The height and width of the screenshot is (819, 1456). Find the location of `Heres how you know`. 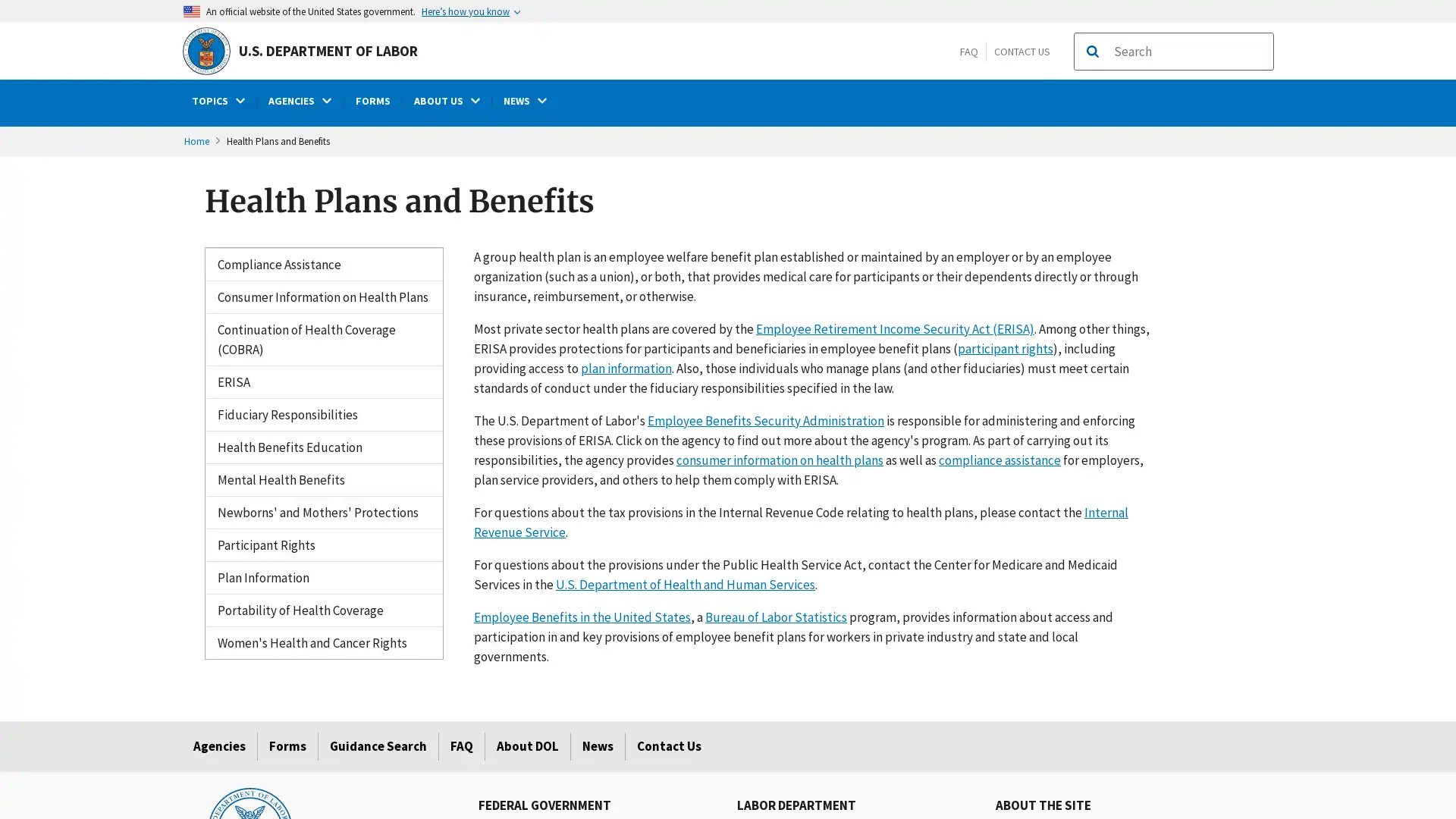

Heres how you know is located at coordinates (469, 11).